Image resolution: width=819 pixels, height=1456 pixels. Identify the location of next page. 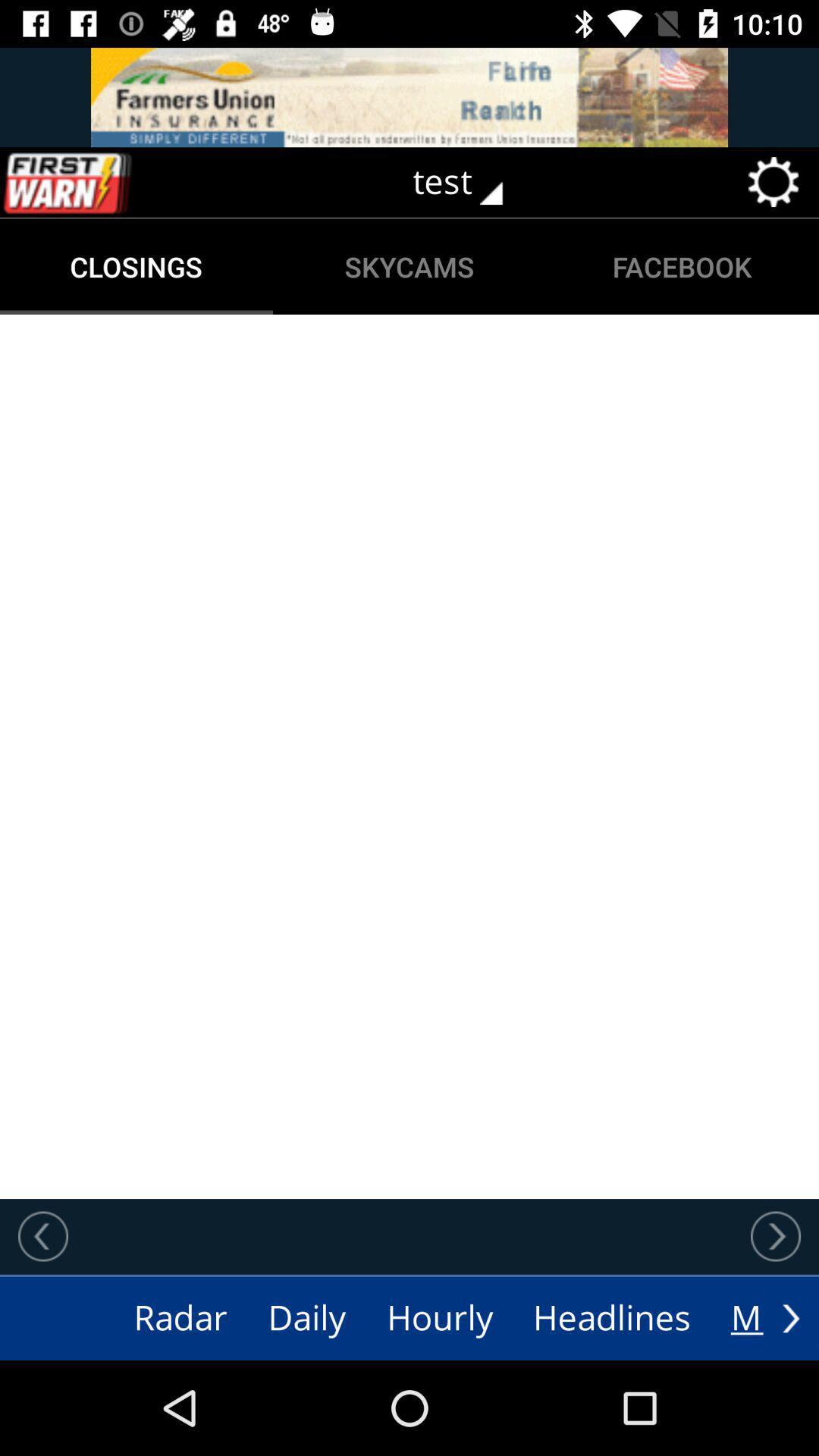
(775, 1236).